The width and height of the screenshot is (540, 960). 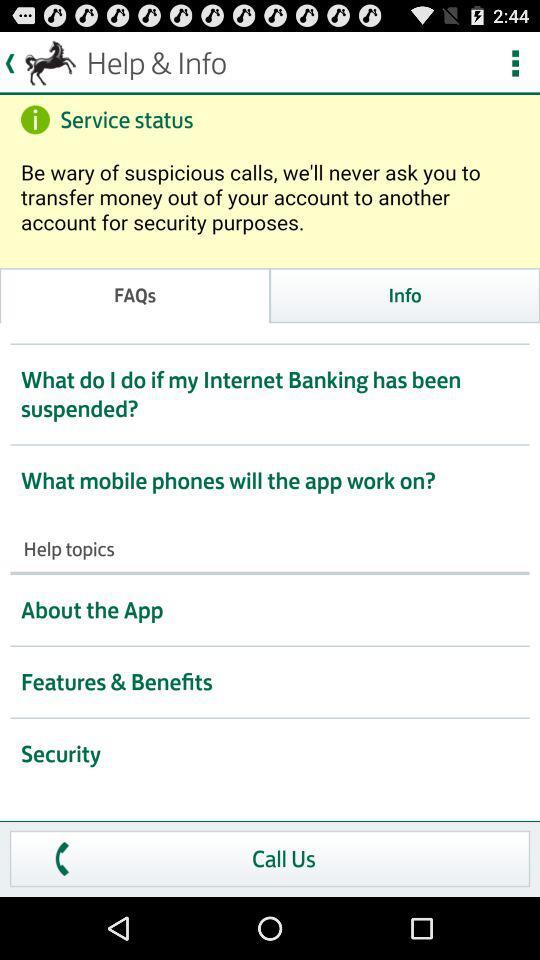 What do you see at coordinates (40, 63) in the screenshot?
I see `the icon at top right corner` at bounding box center [40, 63].